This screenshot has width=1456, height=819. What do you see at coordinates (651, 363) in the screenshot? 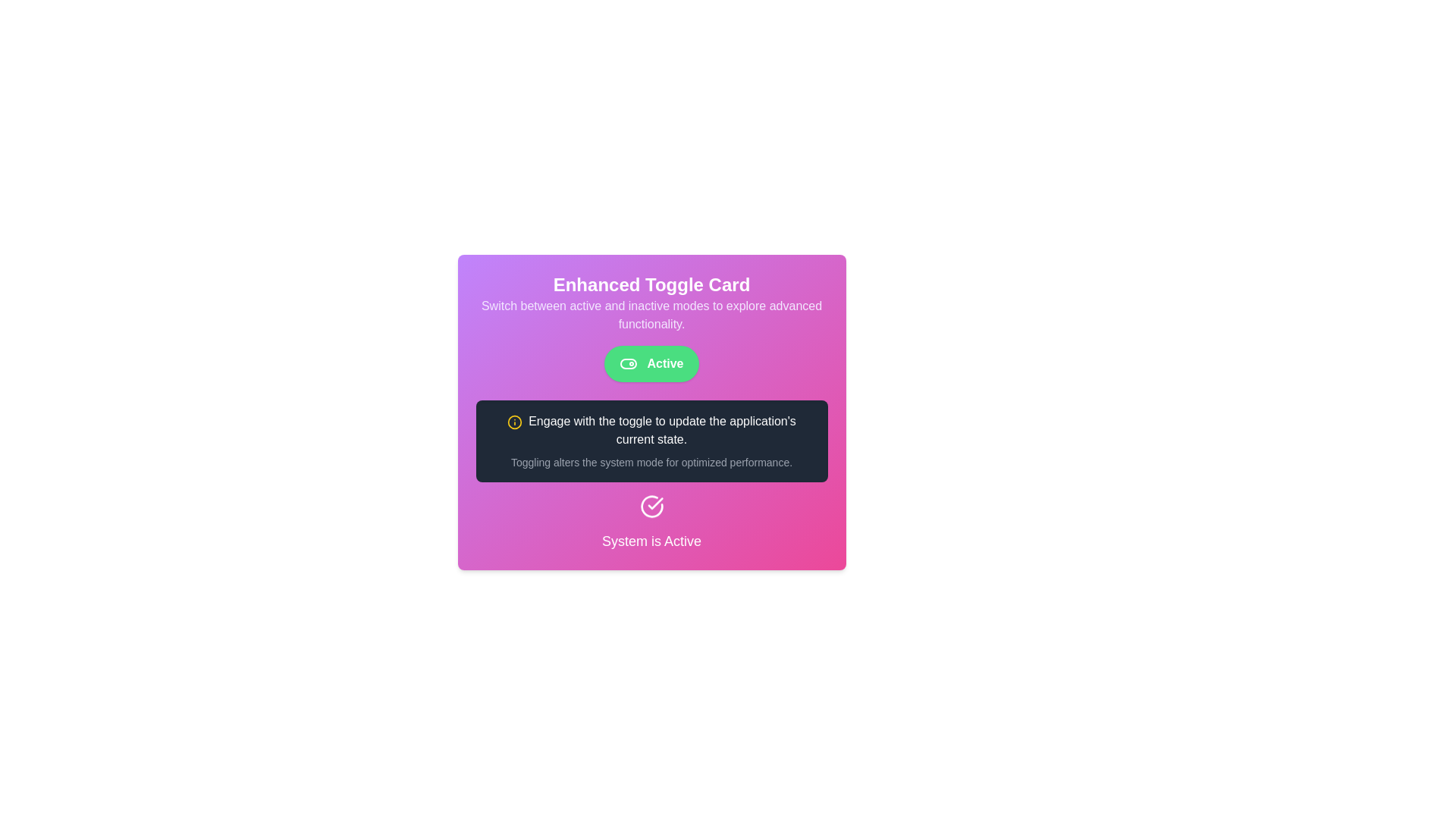
I see `the toggle button located in the central-upper portion of the 'Enhanced Toggle Card'` at bounding box center [651, 363].